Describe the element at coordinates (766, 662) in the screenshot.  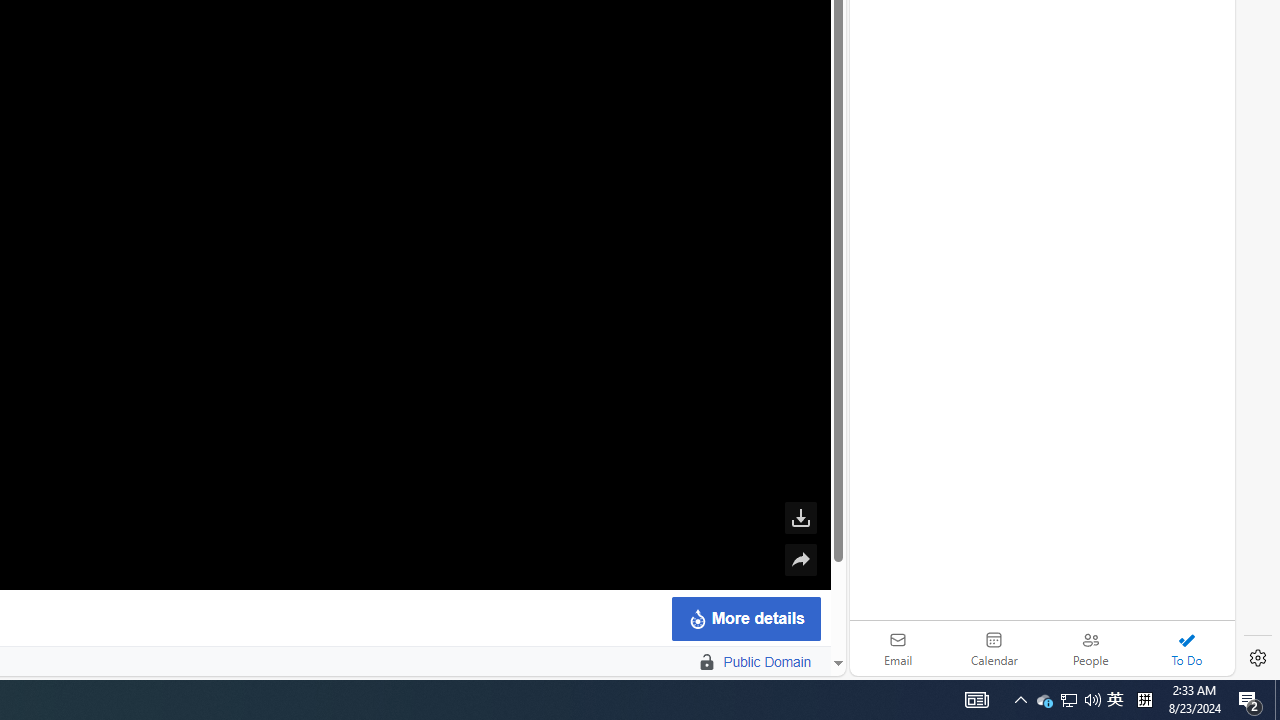
I see `'Public Domain'` at that location.